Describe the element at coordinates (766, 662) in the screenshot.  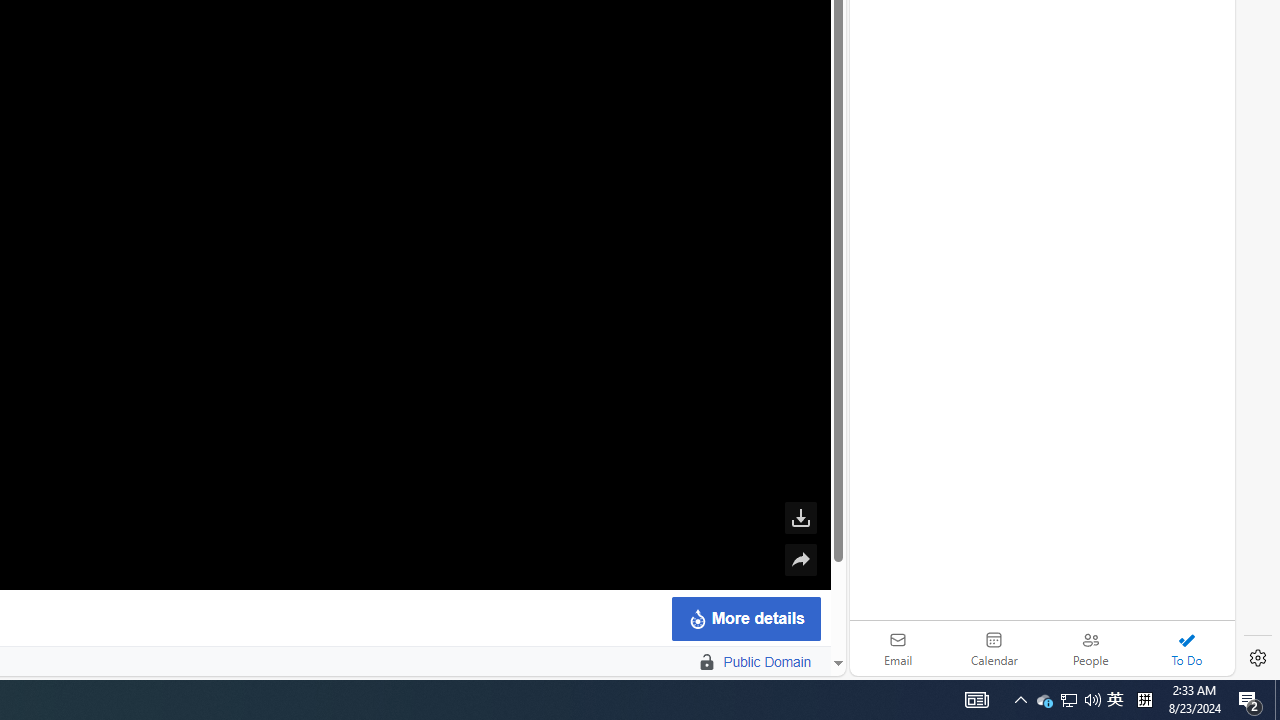
I see `'Public Domain'` at that location.